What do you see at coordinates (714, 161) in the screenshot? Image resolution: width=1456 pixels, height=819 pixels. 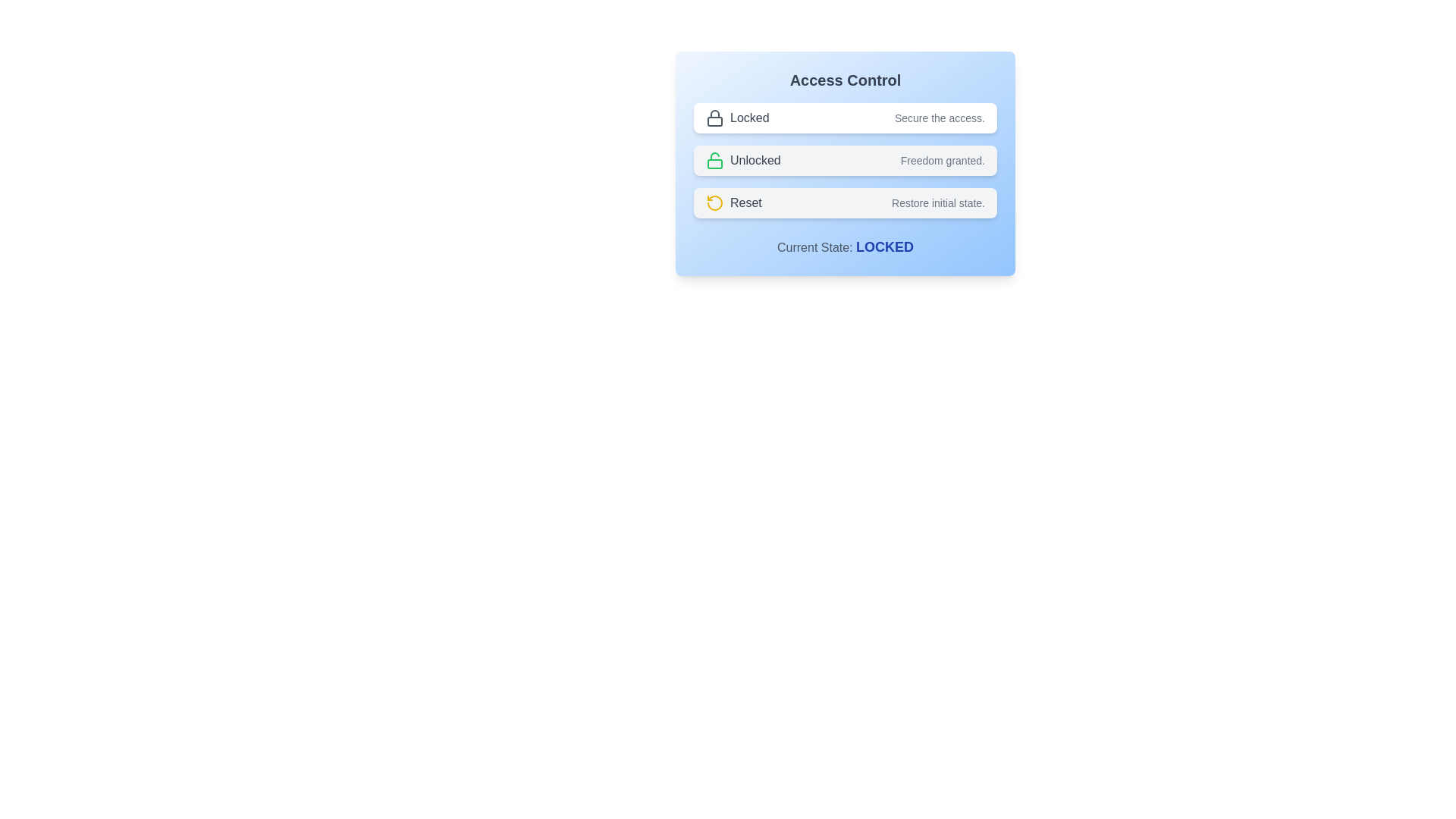 I see `the icon to change the state to unlocked` at bounding box center [714, 161].